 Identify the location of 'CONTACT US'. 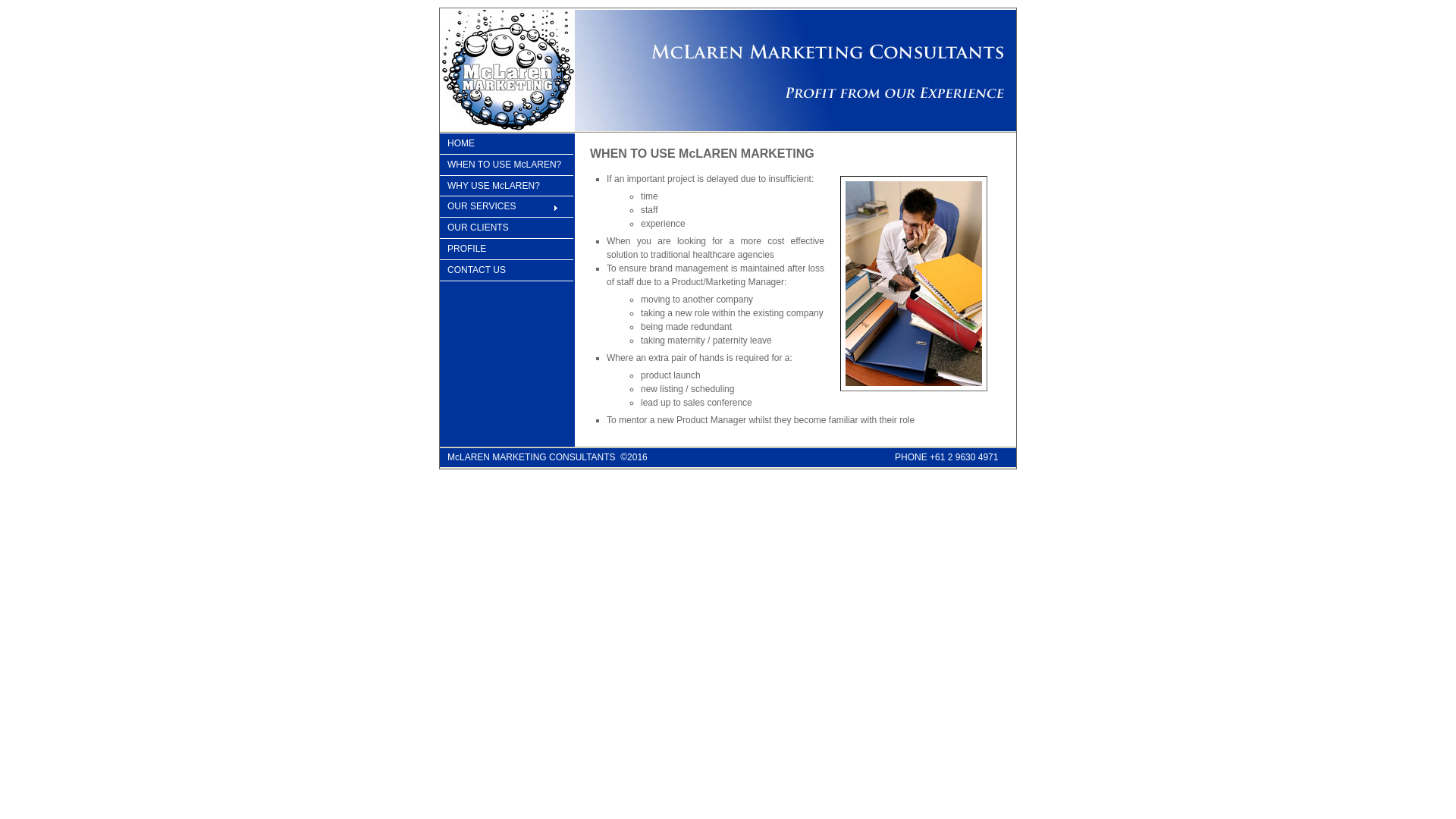
(439, 270).